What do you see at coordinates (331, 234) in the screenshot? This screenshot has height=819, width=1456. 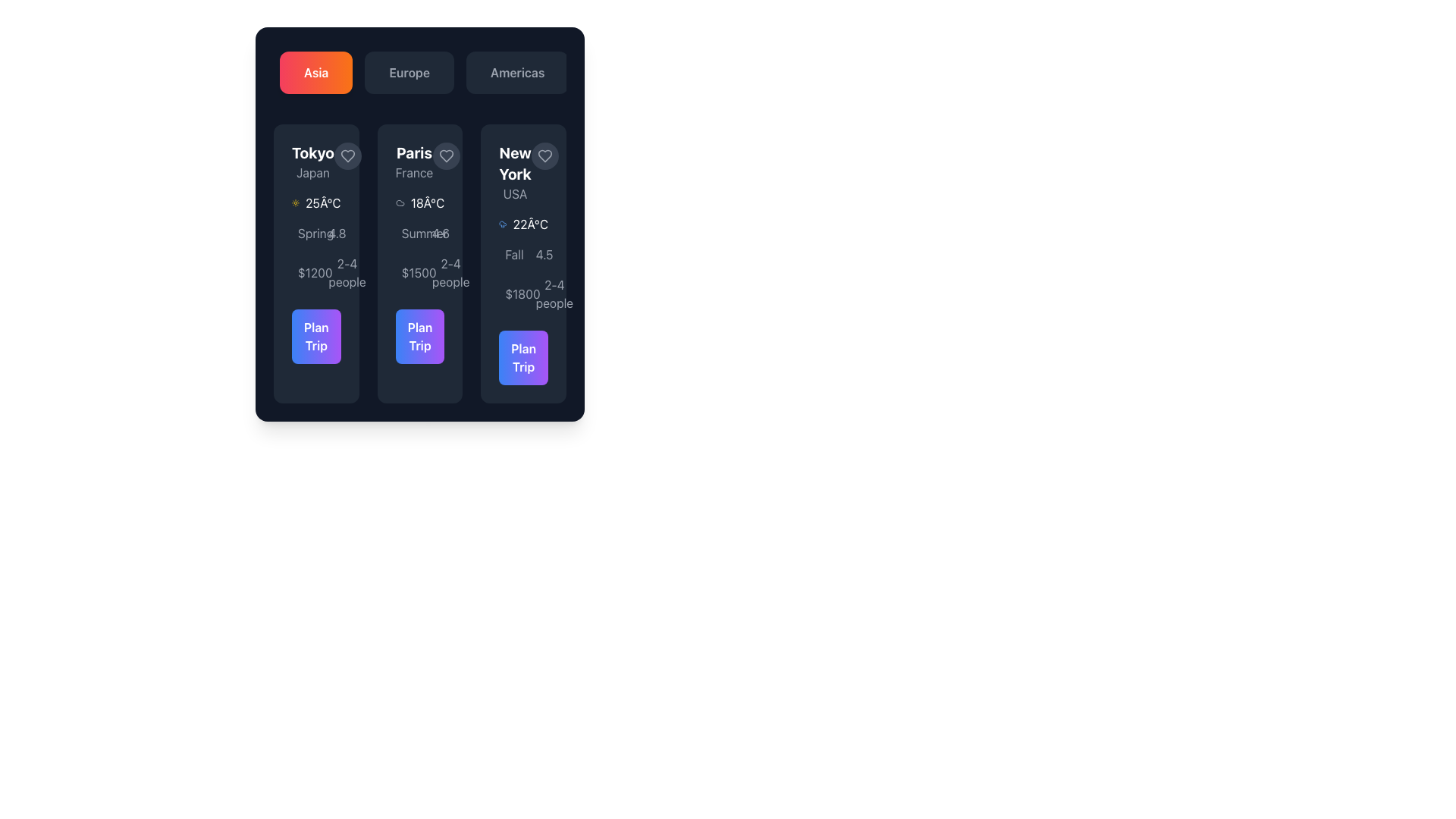 I see `the numeric rating '4.8' displayed in gray tone, located under the 'Tokyo' heading and below 'Spring'` at bounding box center [331, 234].